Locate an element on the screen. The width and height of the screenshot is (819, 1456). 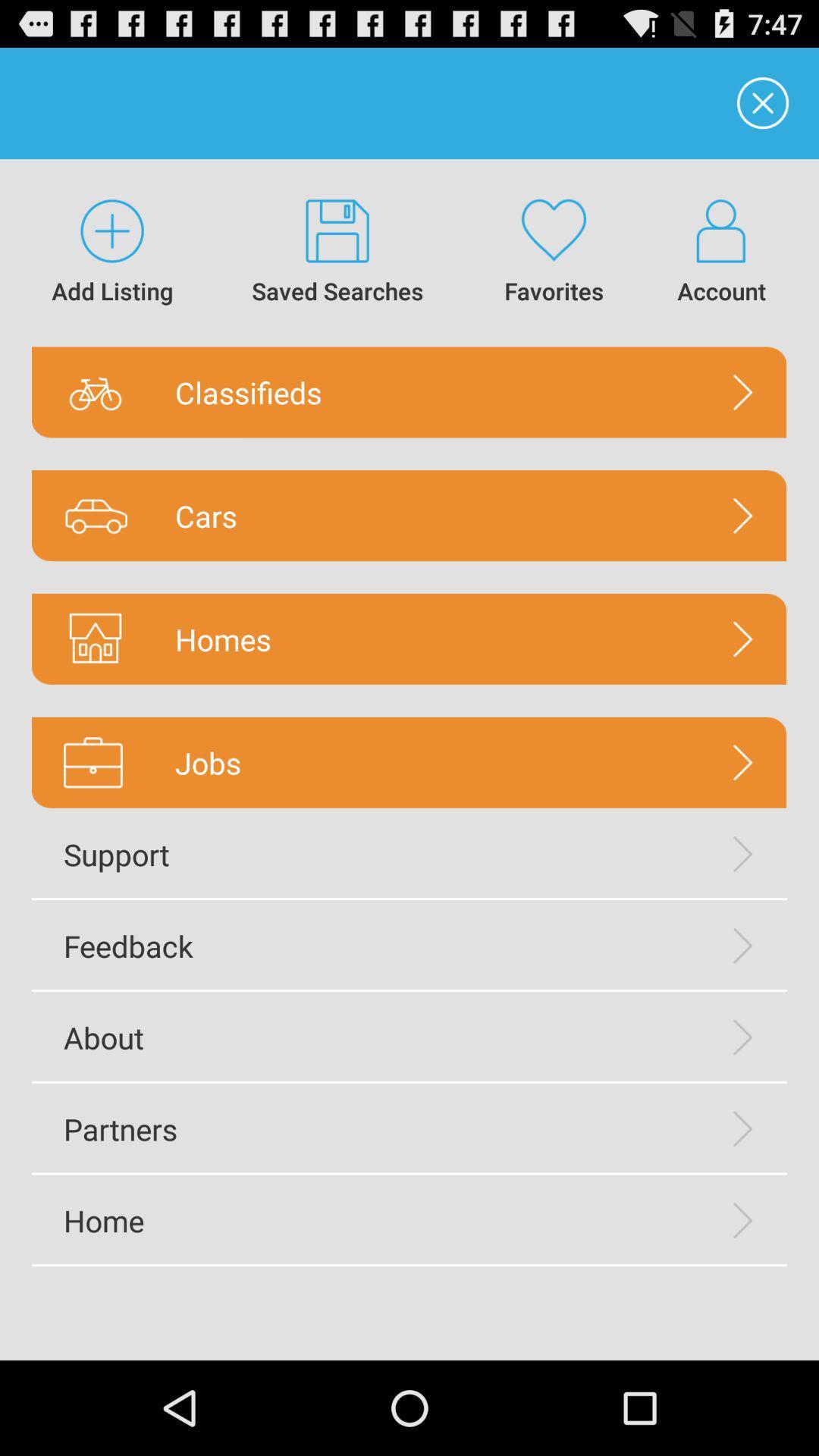
the close icon is located at coordinates (763, 109).